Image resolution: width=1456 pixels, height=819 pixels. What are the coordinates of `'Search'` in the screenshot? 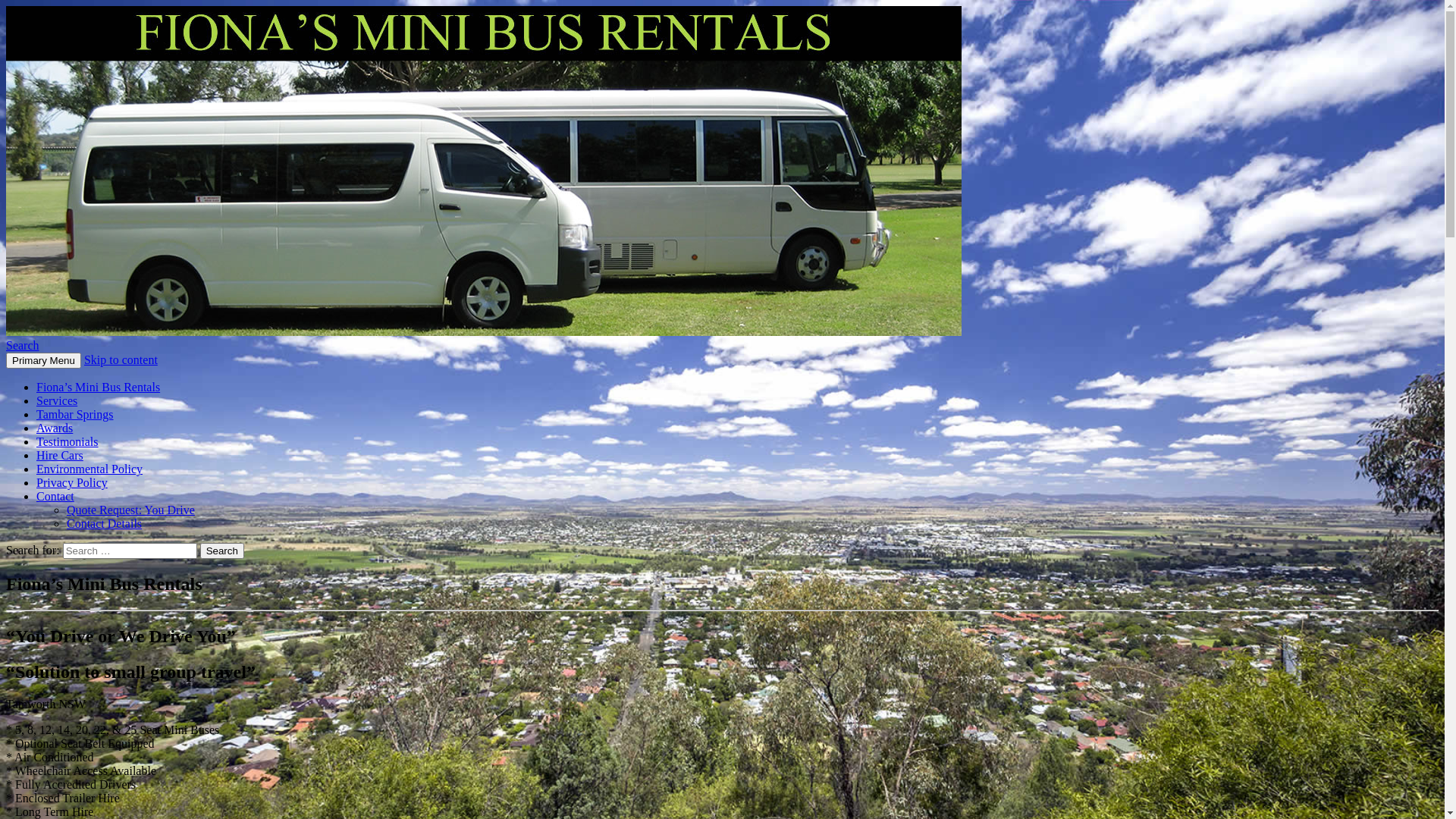 It's located at (221, 551).